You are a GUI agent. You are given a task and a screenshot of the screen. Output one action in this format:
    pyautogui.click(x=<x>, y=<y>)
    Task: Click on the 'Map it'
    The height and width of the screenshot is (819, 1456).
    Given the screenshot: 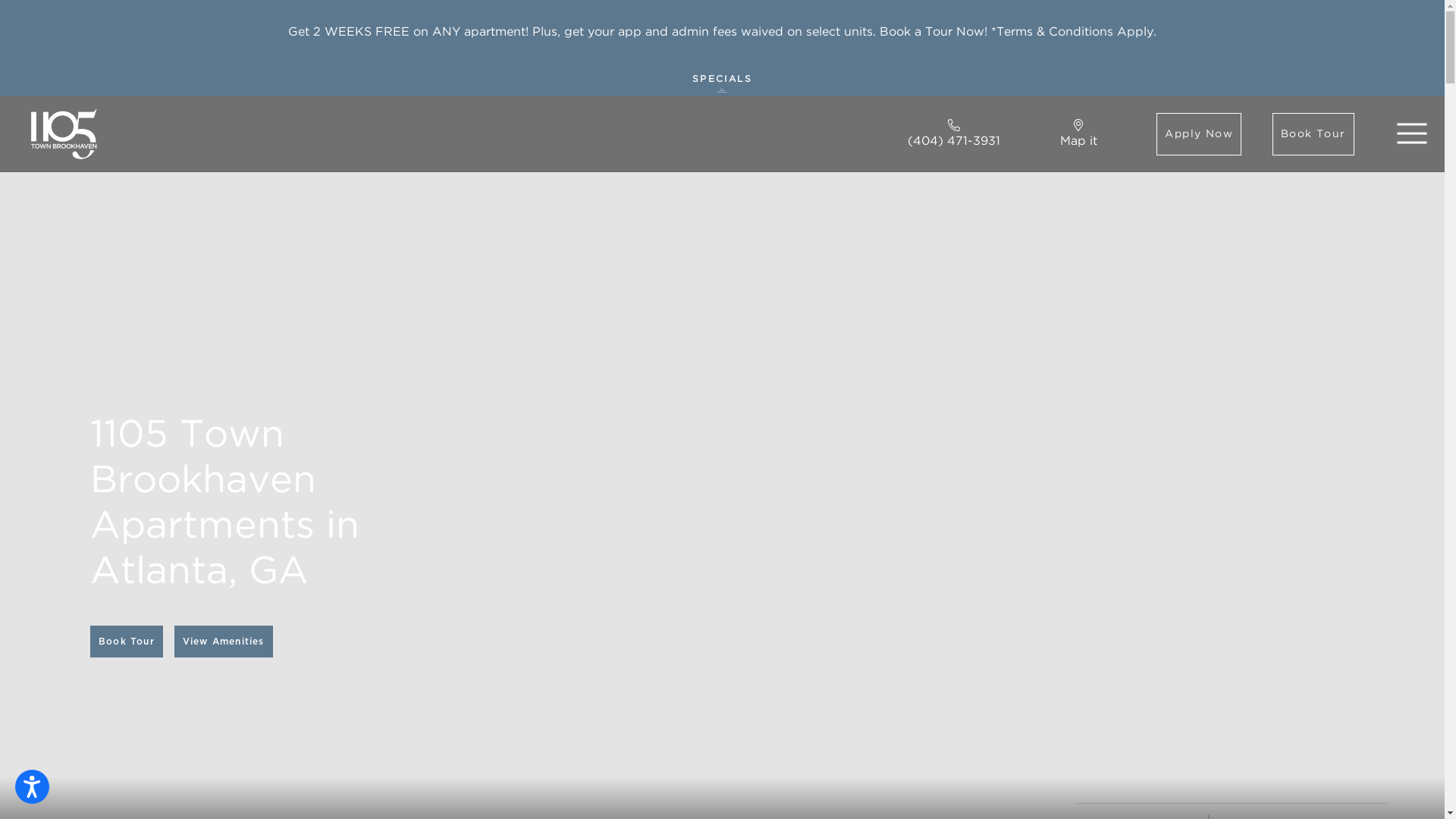 What is the action you would take?
    pyautogui.click(x=1078, y=133)
    